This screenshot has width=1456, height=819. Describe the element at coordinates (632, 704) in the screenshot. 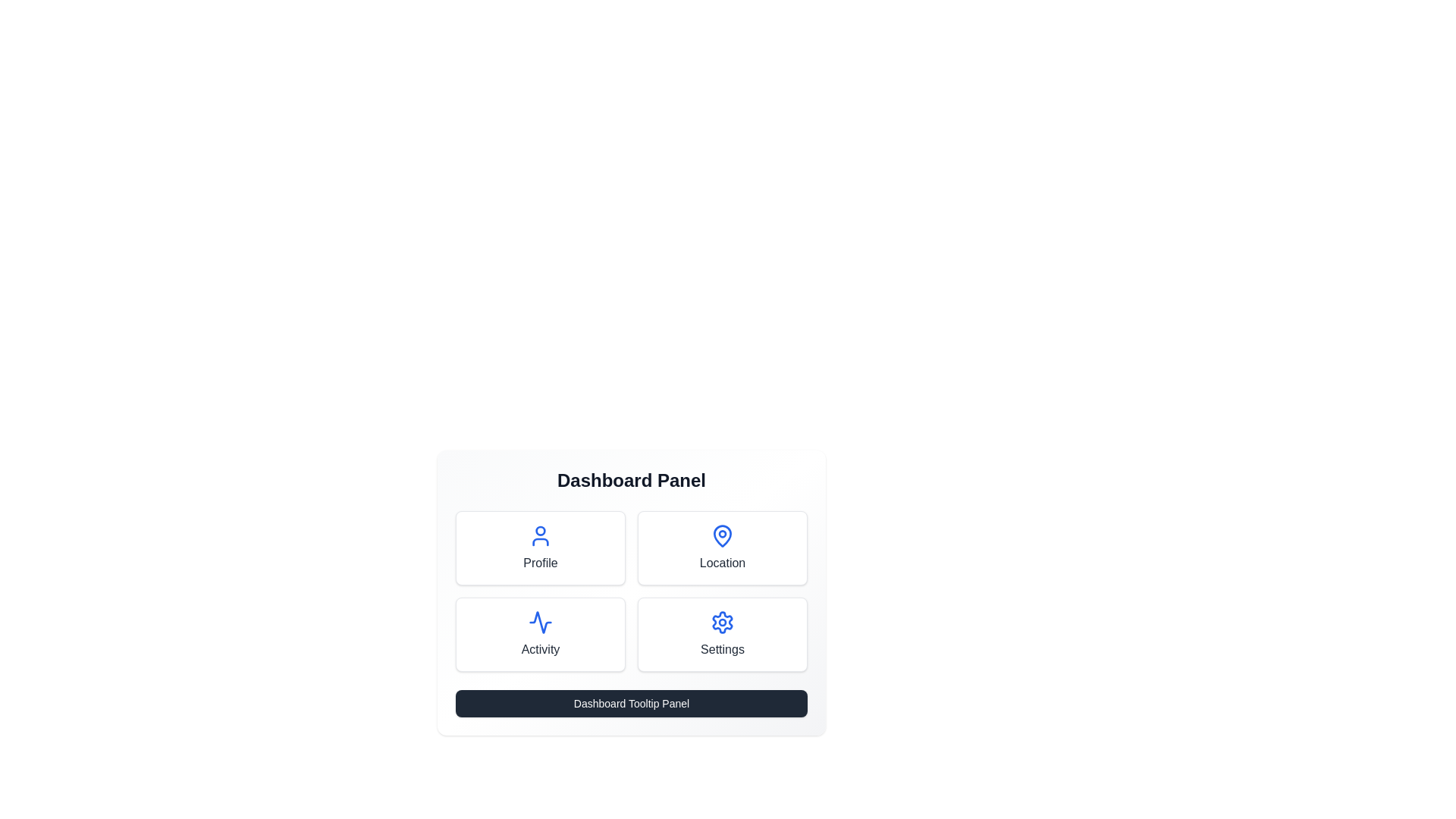

I see `the Static informational panel with a dark gray background and white text saying 'Dashboard Tooltip Panel', located below the 'Profile', 'Location', 'Activity', and 'Settings' buttons` at that location.